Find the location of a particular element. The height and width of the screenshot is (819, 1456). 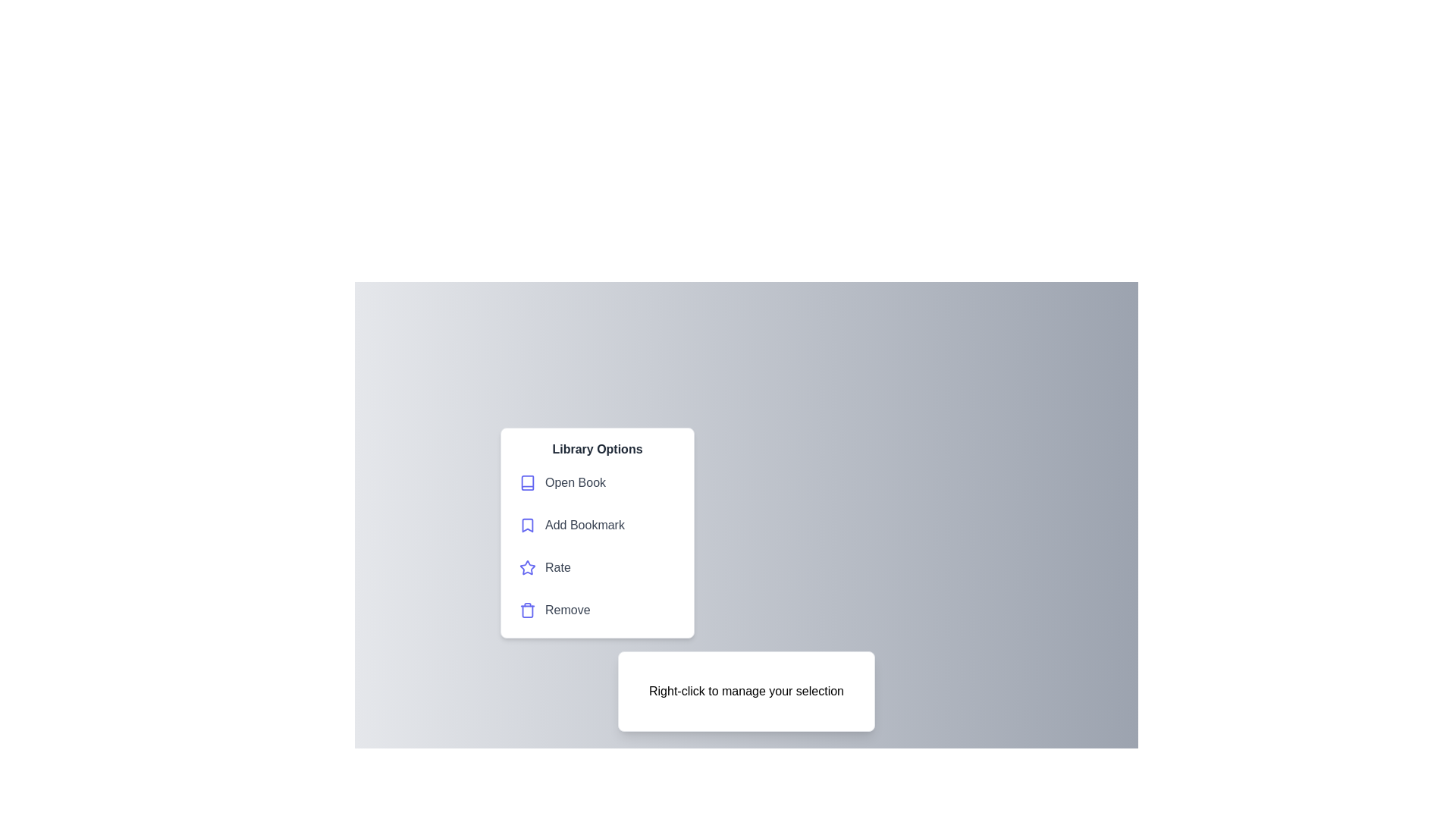

the designated area to toggle the context menu visibility is located at coordinates (745, 691).